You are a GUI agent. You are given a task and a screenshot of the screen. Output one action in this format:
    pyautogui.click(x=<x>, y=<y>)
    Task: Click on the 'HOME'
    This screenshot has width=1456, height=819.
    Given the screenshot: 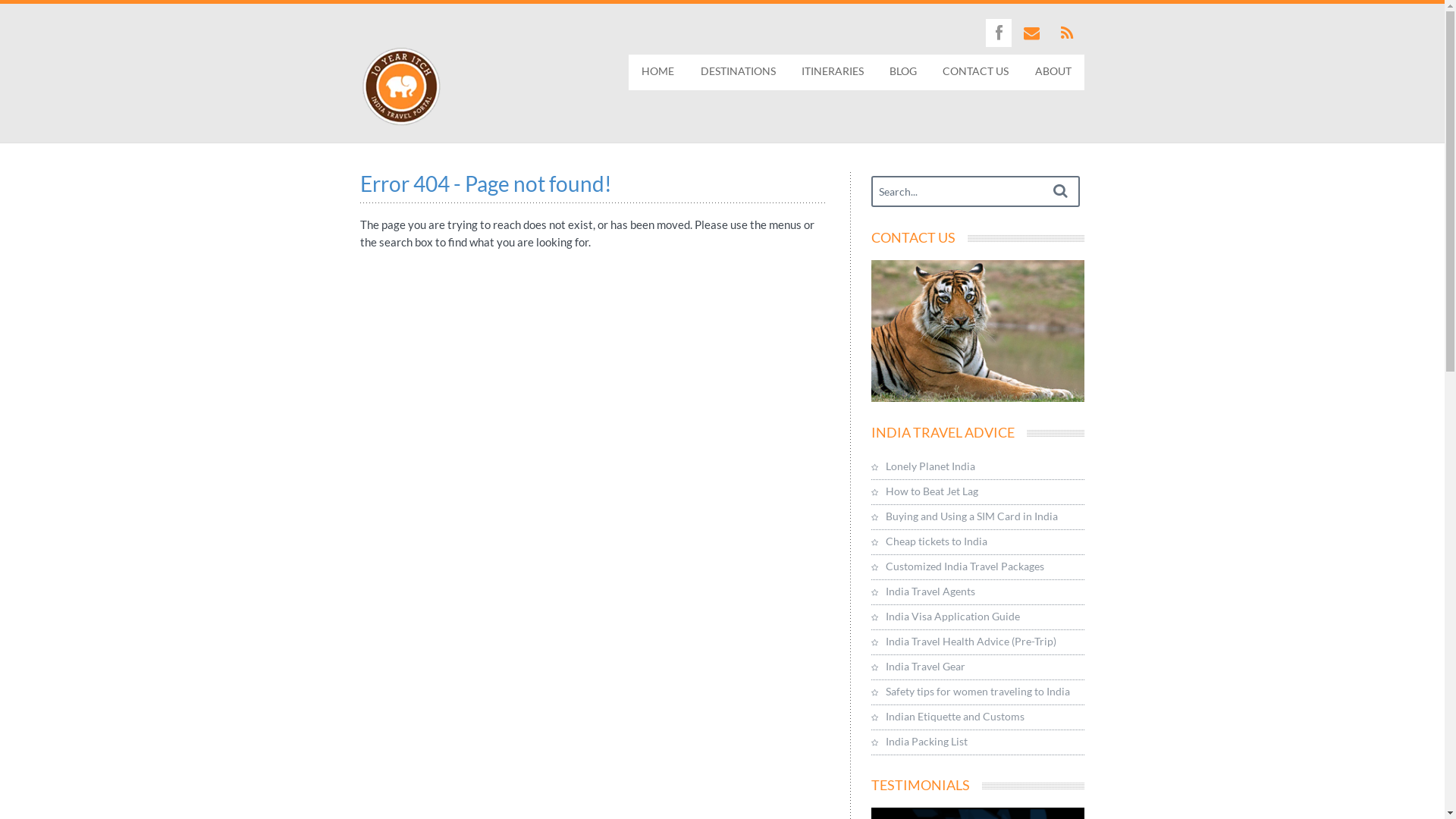 What is the action you would take?
    pyautogui.click(x=657, y=72)
    